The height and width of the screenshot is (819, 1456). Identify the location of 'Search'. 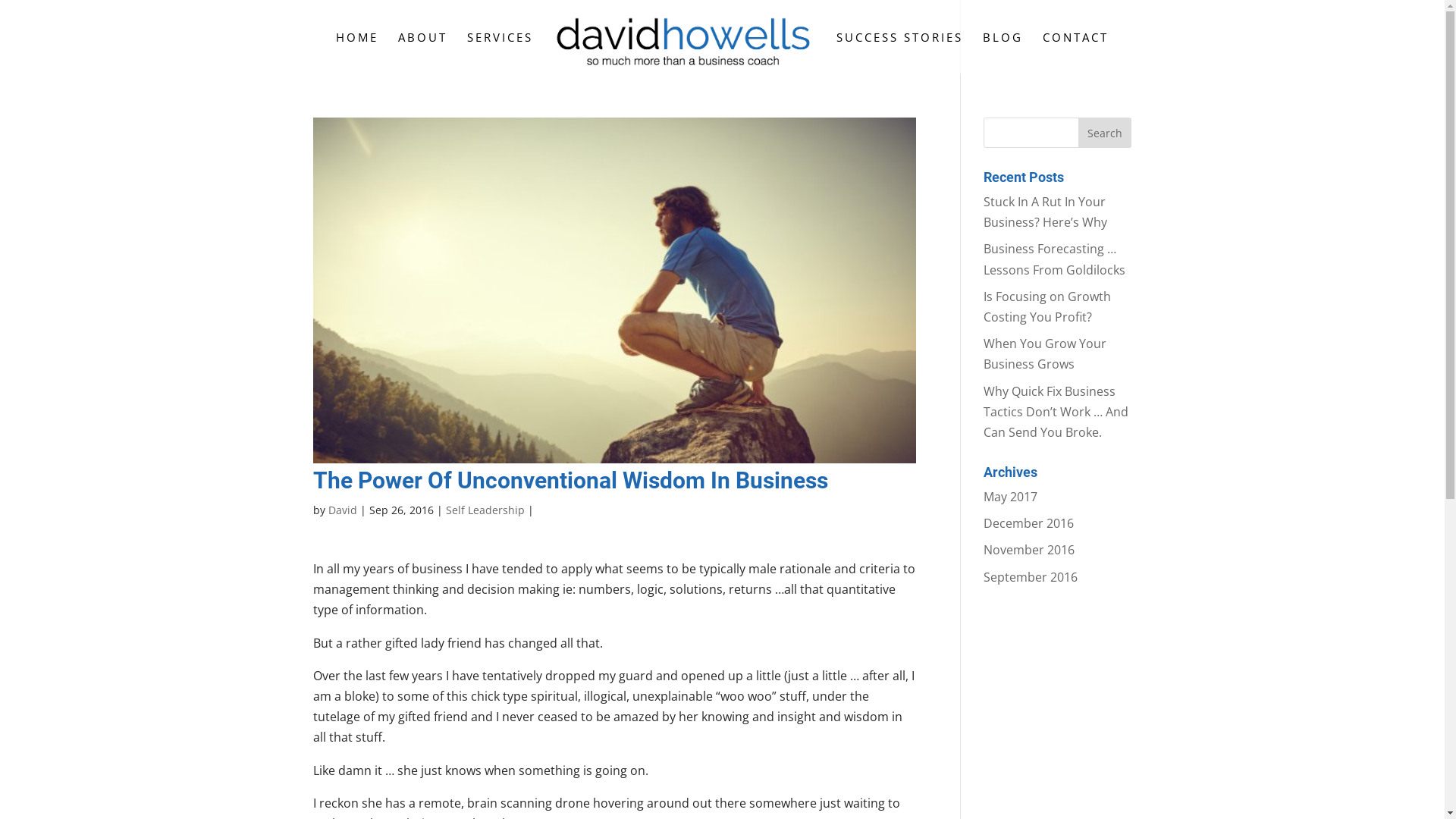
(1077, 131).